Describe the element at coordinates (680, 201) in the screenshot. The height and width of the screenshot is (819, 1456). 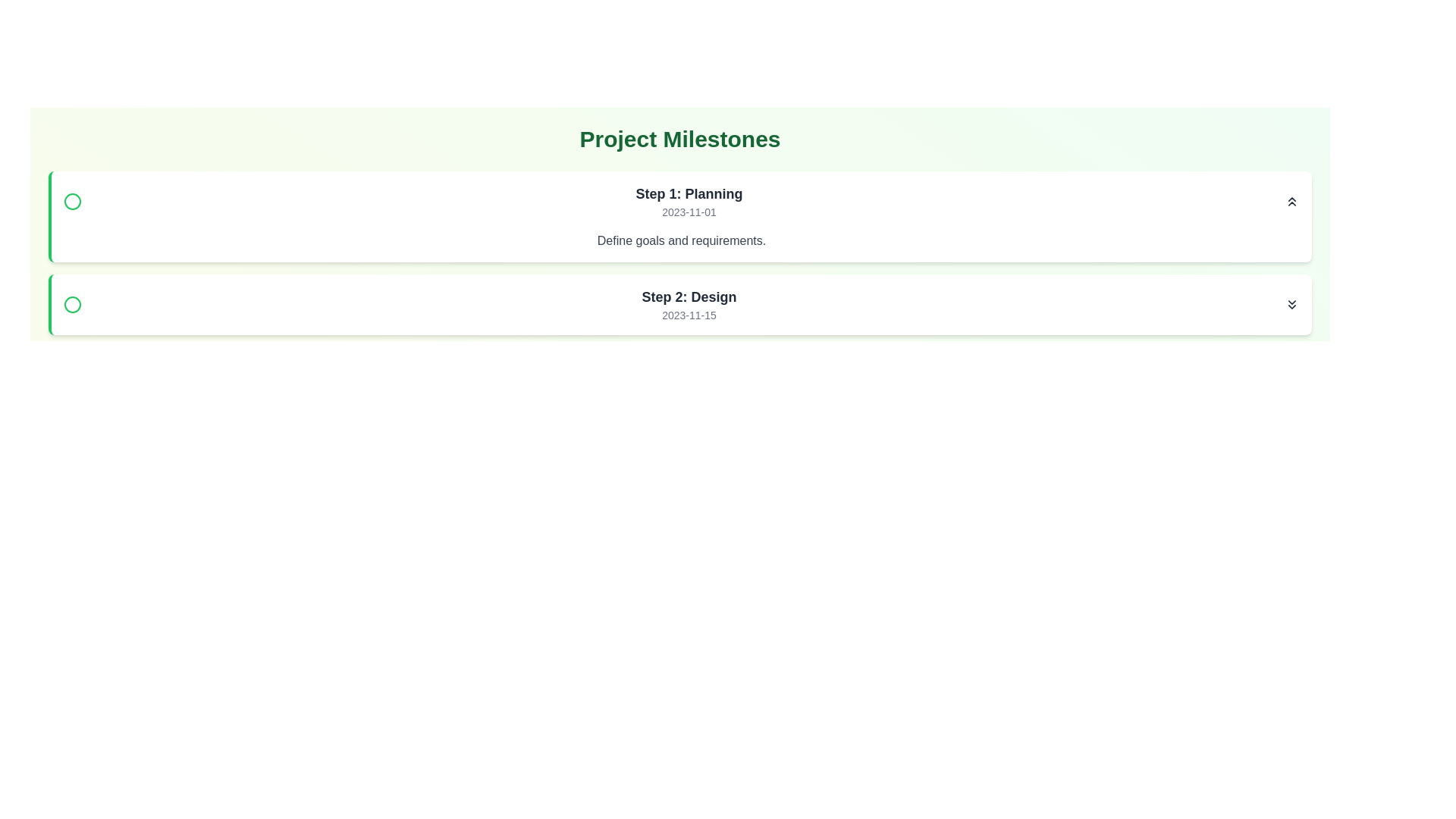
I see `the Interactive list item labeled 'Step 1: Planning' for keyboard navigation` at that location.